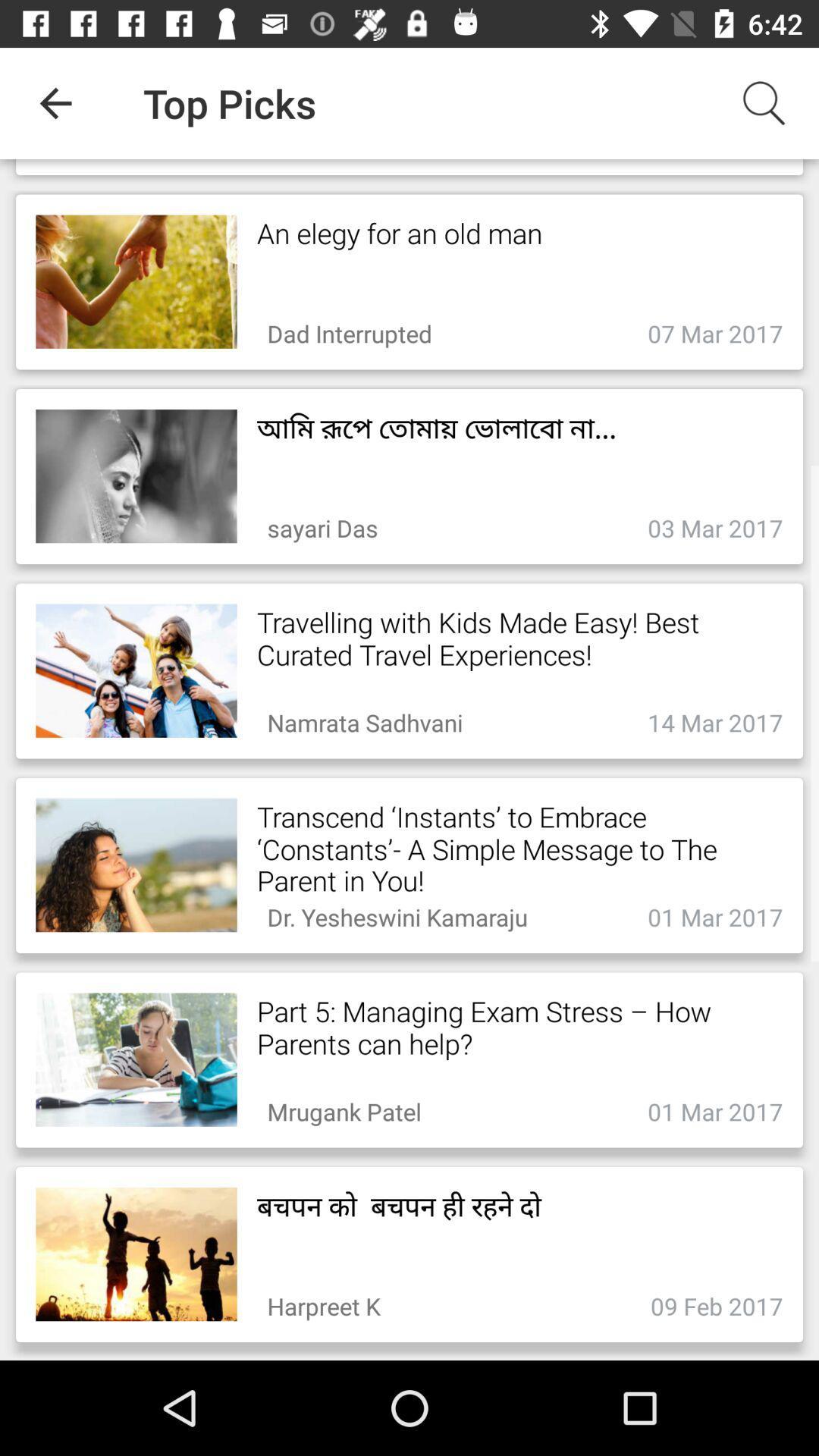 Image resolution: width=819 pixels, height=1456 pixels. What do you see at coordinates (55, 102) in the screenshot?
I see `item next to the top picks app` at bounding box center [55, 102].